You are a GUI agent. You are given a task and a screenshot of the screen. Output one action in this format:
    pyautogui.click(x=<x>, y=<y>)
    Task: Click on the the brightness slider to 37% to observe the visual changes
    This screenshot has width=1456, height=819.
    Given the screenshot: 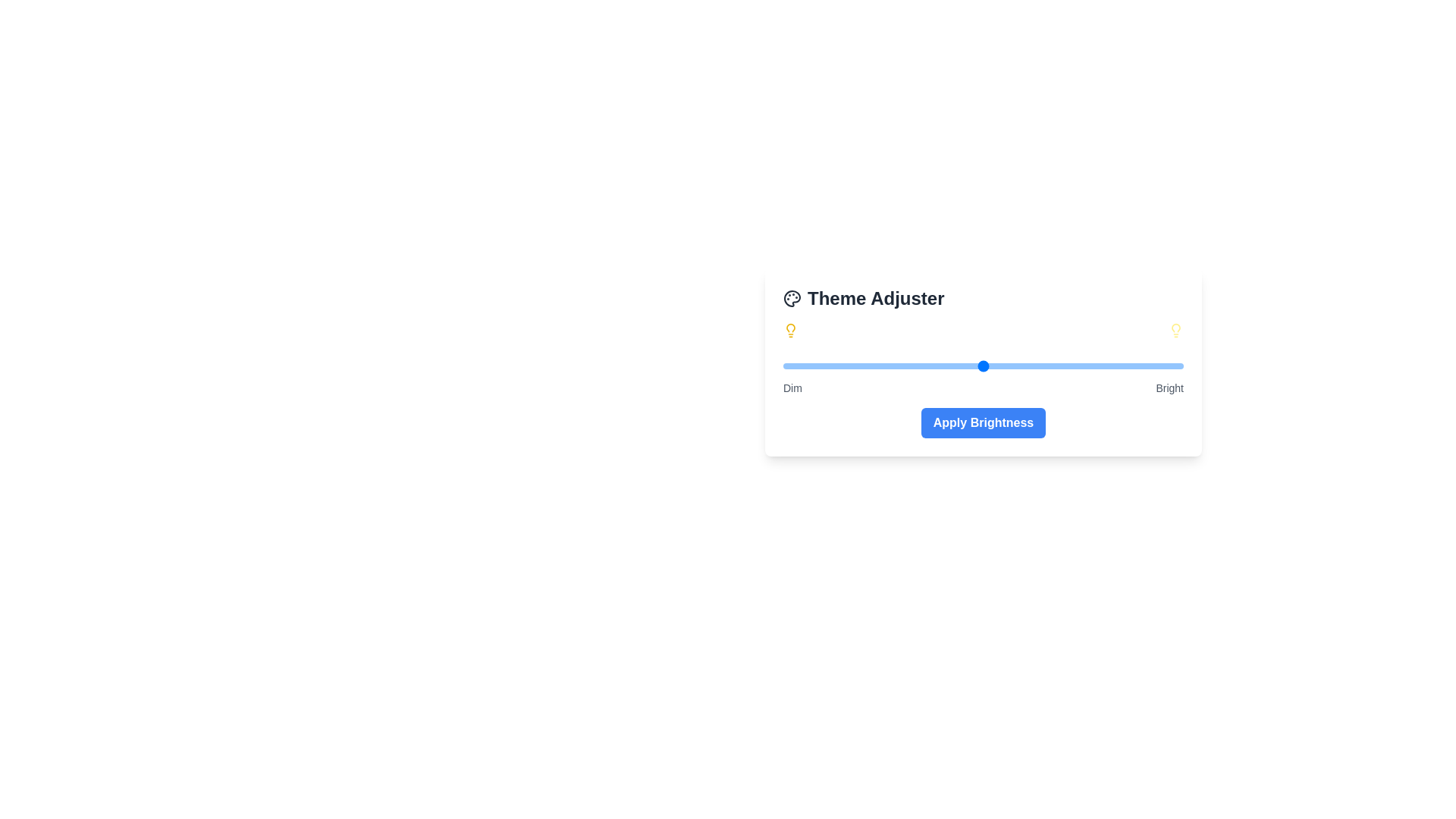 What is the action you would take?
    pyautogui.click(x=930, y=366)
    